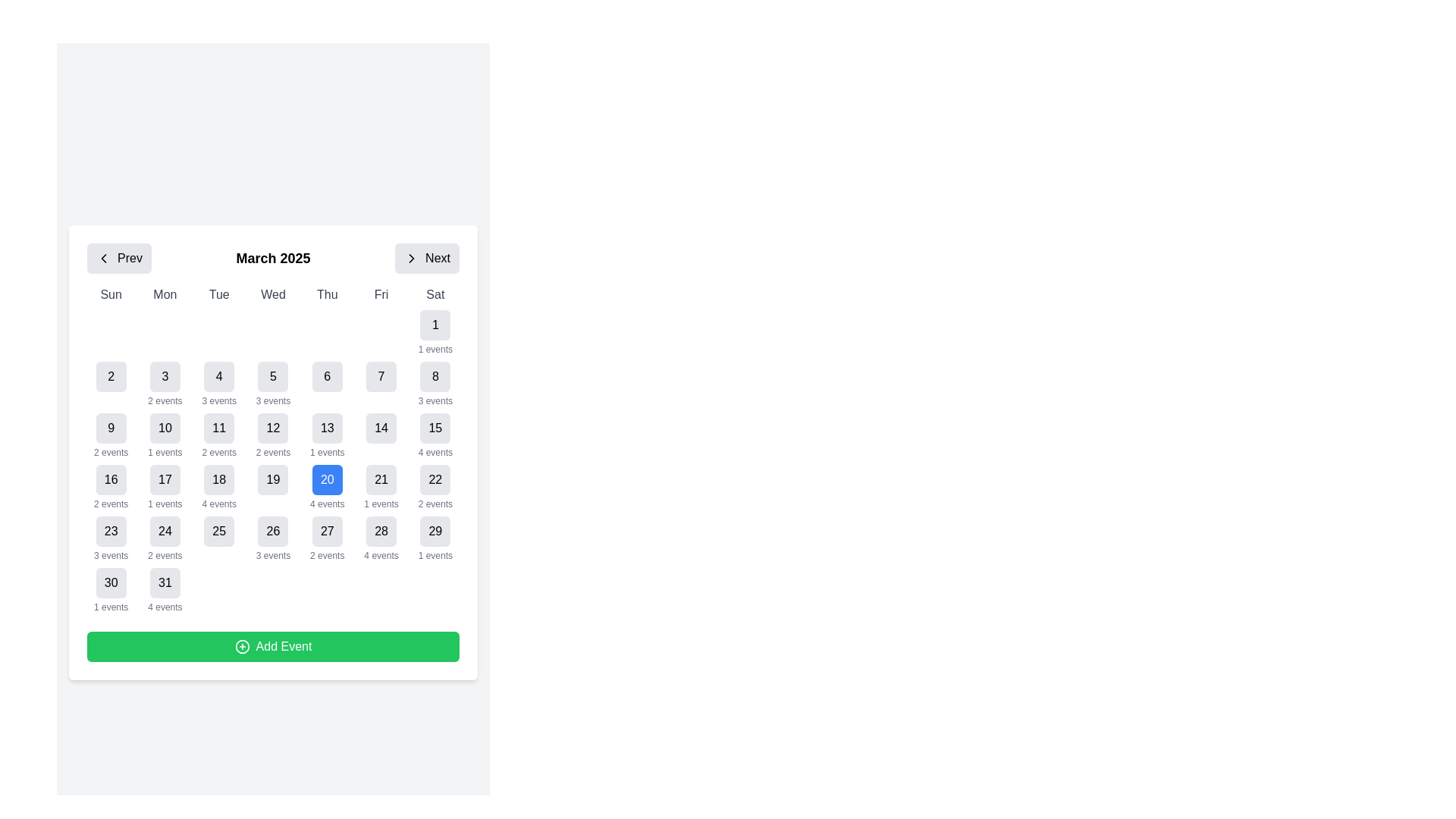 This screenshot has width=1456, height=819. I want to click on the informative text label indicating the number of events associated with the date '12' in the calendar, located under the date '12' in the second row and fourth column, so click(273, 452).